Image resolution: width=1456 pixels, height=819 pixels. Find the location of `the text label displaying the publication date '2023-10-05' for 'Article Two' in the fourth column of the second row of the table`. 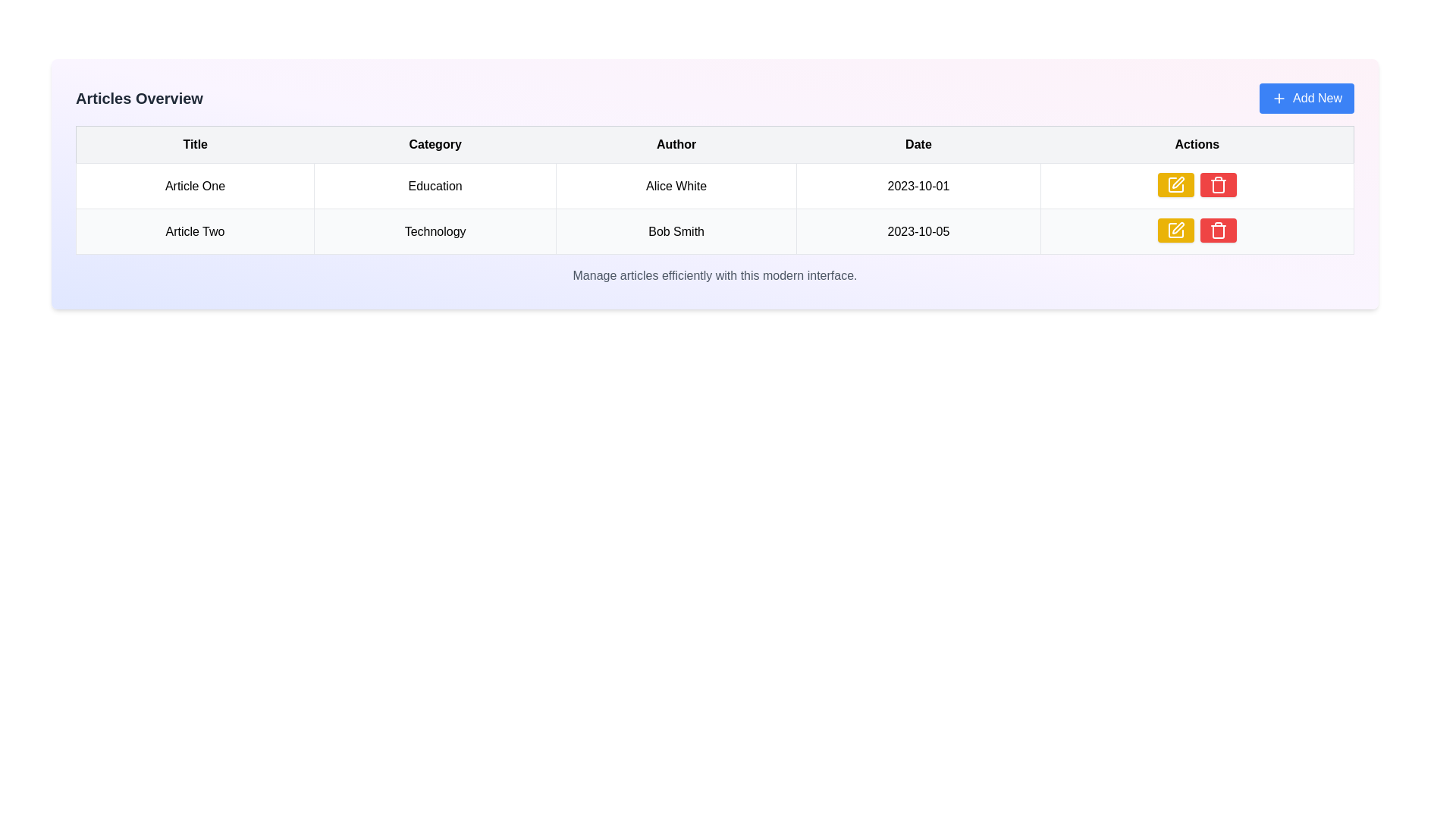

the text label displaying the publication date '2023-10-05' for 'Article Two' in the fourth column of the second row of the table is located at coordinates (918, 231).